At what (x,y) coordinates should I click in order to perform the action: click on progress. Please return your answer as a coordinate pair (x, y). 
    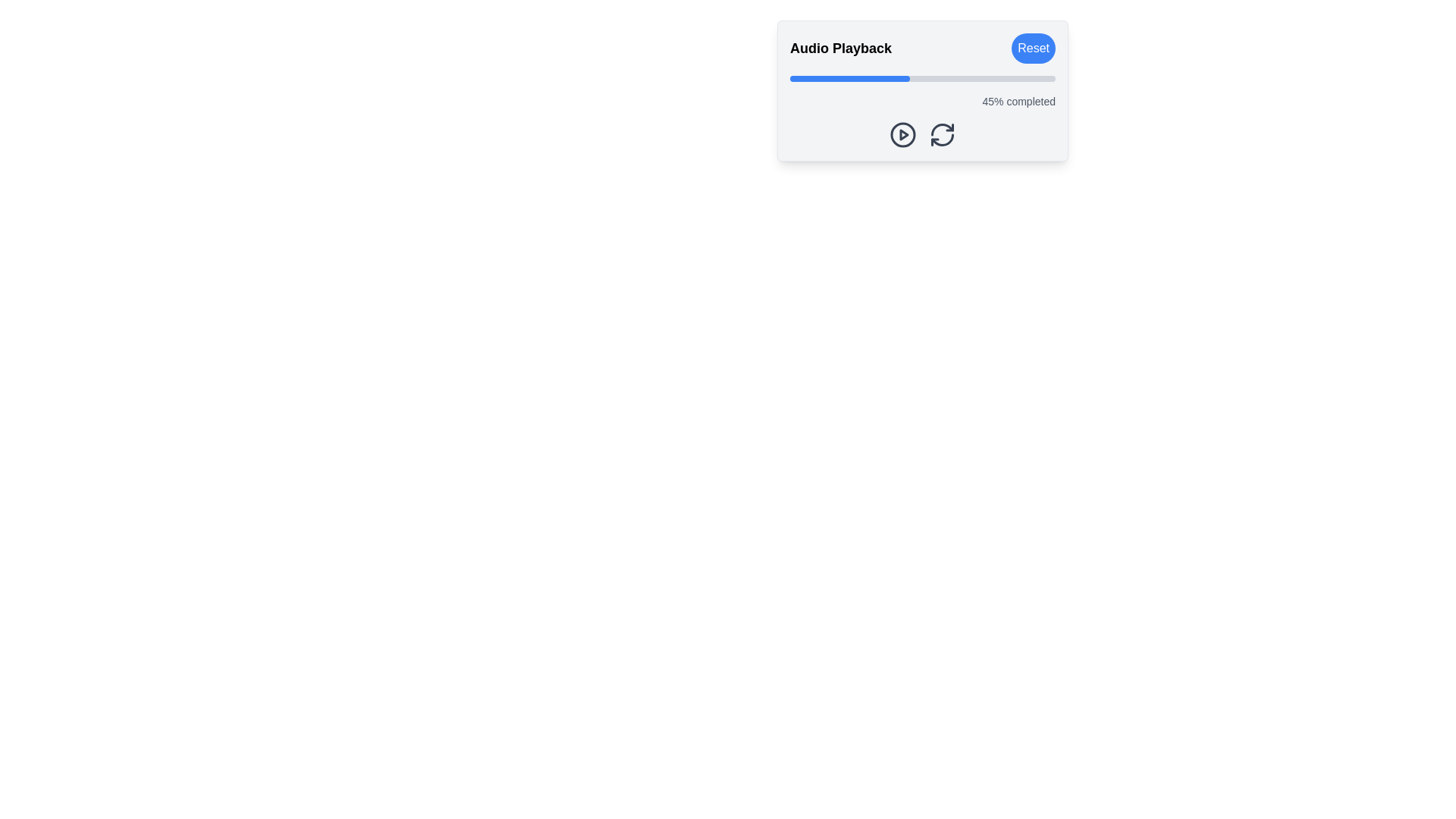
    Looking at the image, I should click on (821, 79).